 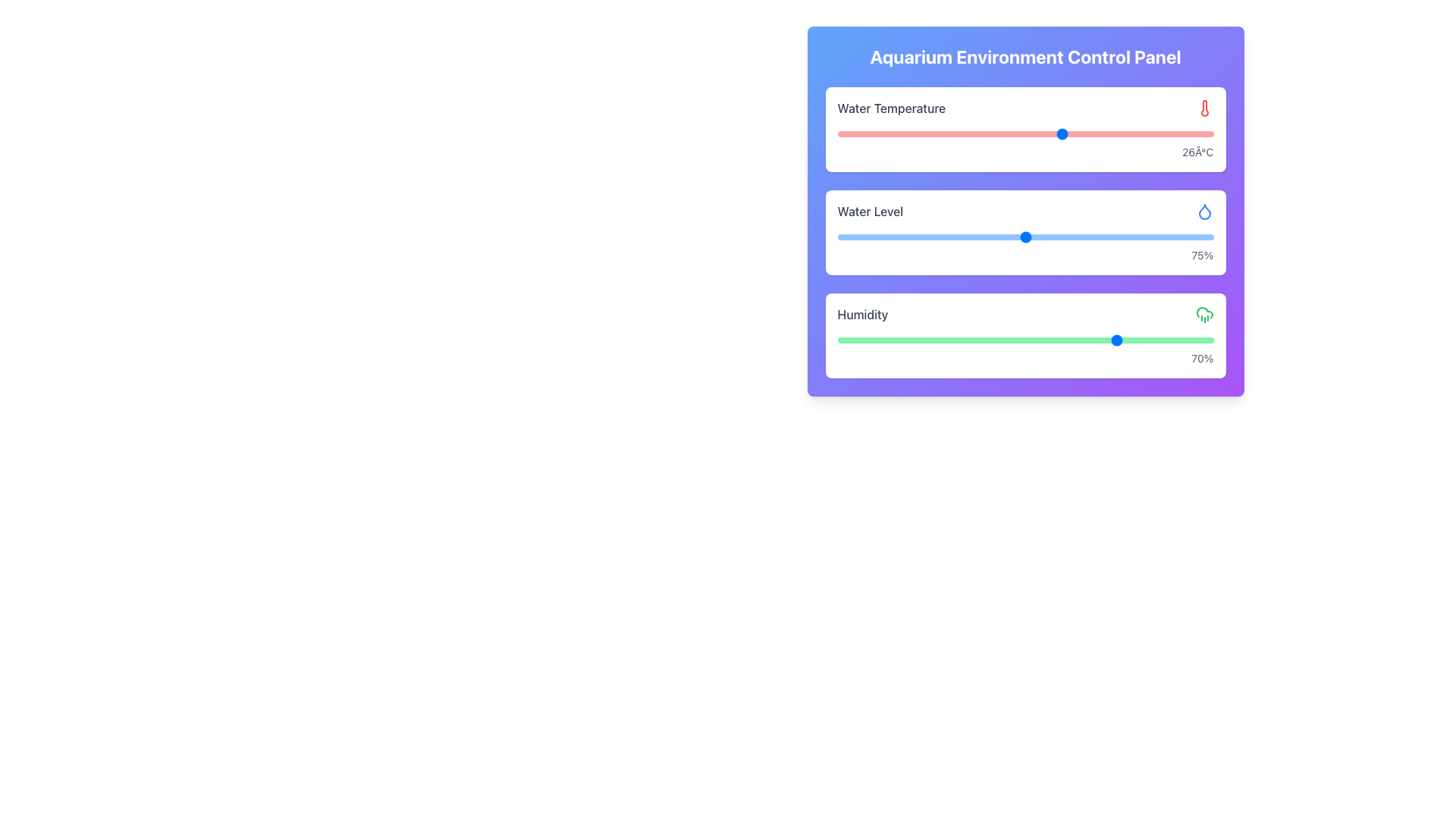 What do you see at coordinates (1055, 237) in the screenshot?
I see `the water level` at bounding box center [1055, 237].